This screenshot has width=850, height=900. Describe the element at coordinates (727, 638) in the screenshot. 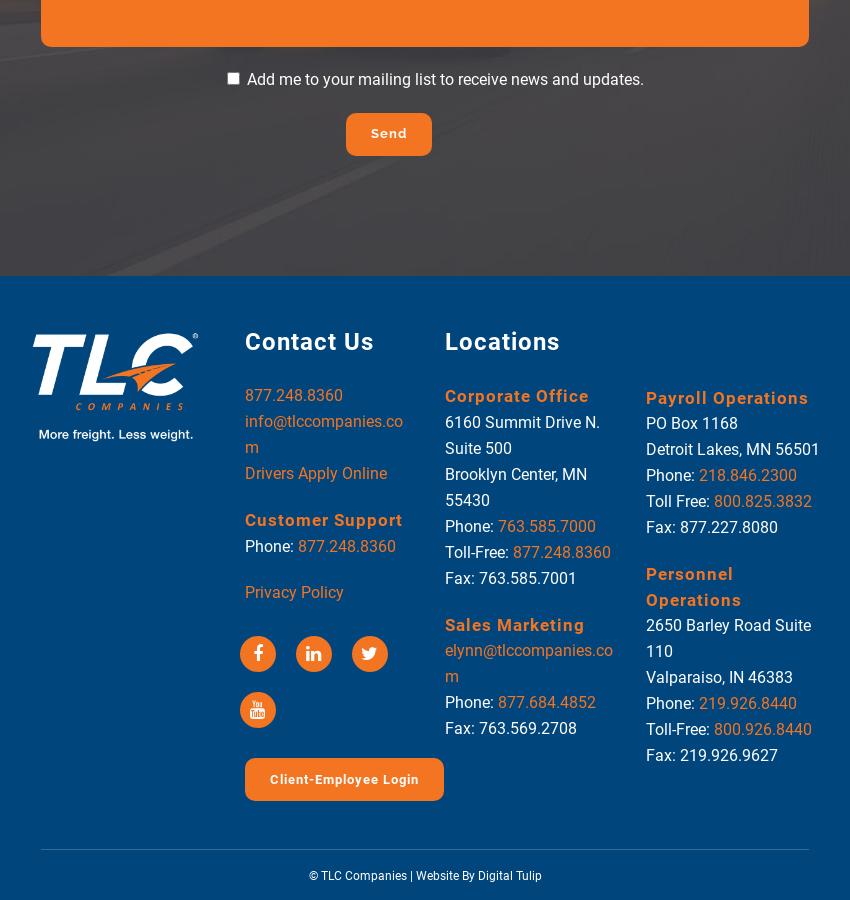

I see `'2650 Barley Road Suite 110'` at that location.